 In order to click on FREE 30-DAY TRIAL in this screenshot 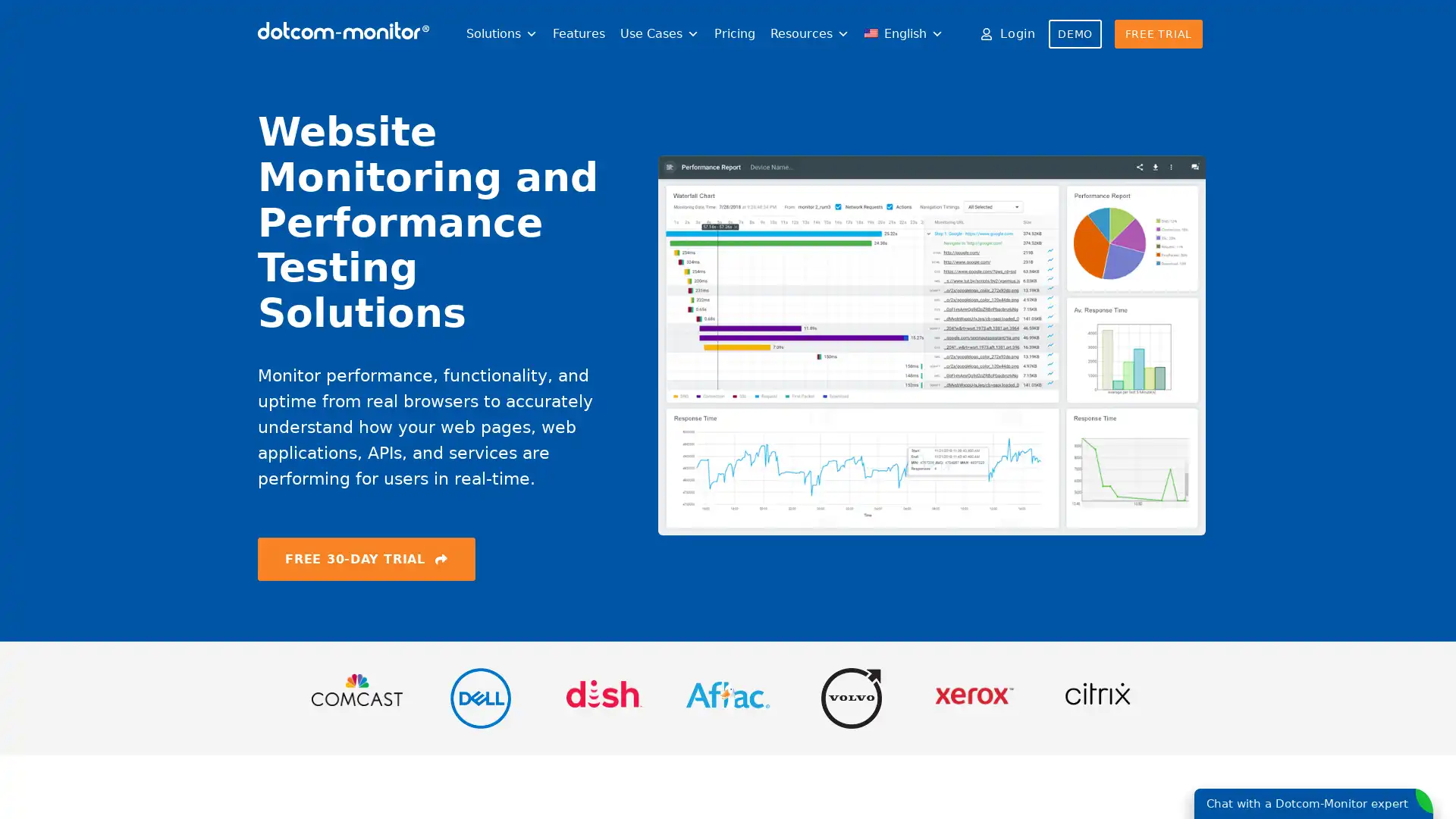, I will do `click(366, 558)`.